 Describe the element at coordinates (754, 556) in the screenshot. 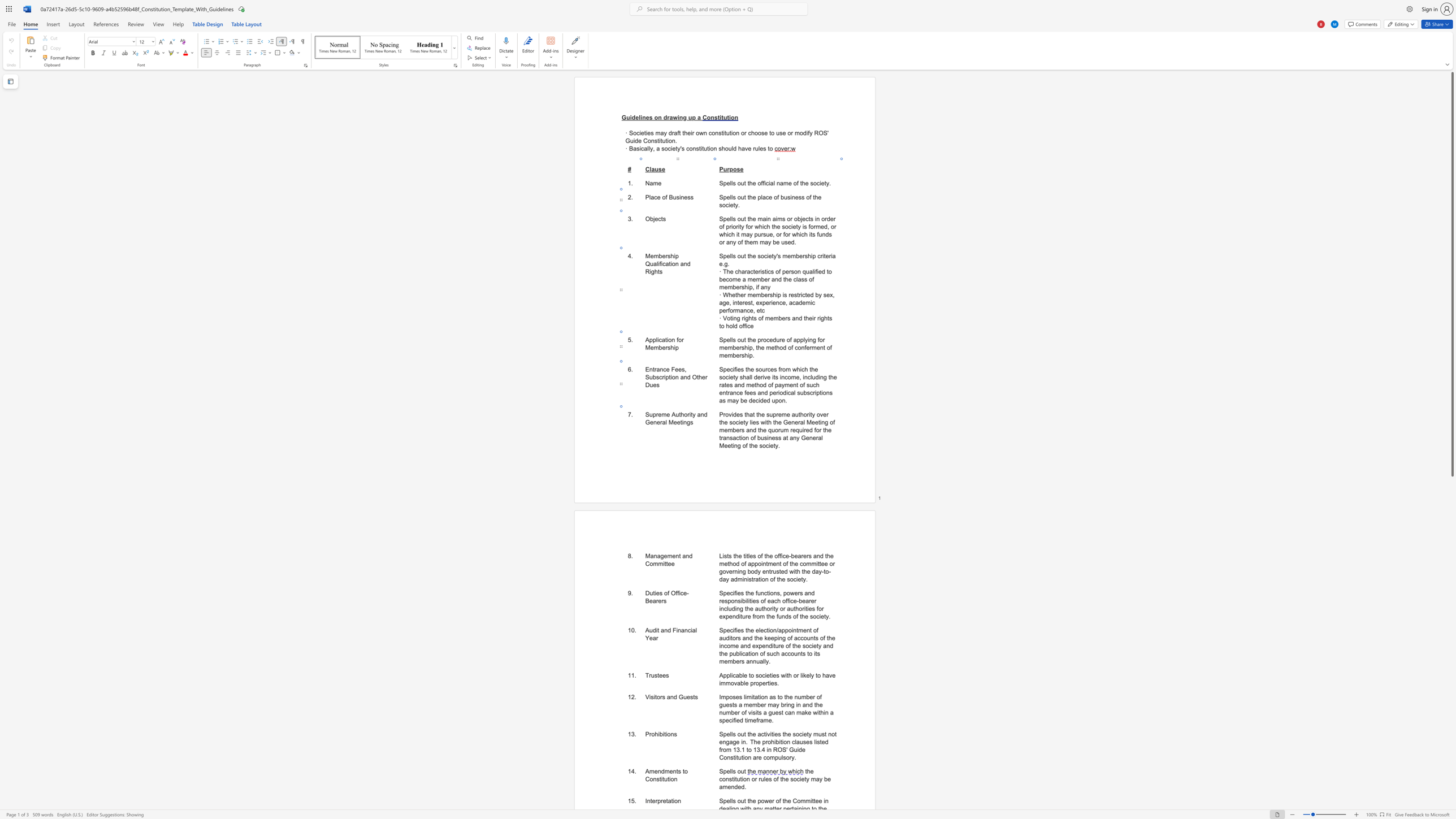

I see `the 3th character "s" in the text` at that location.